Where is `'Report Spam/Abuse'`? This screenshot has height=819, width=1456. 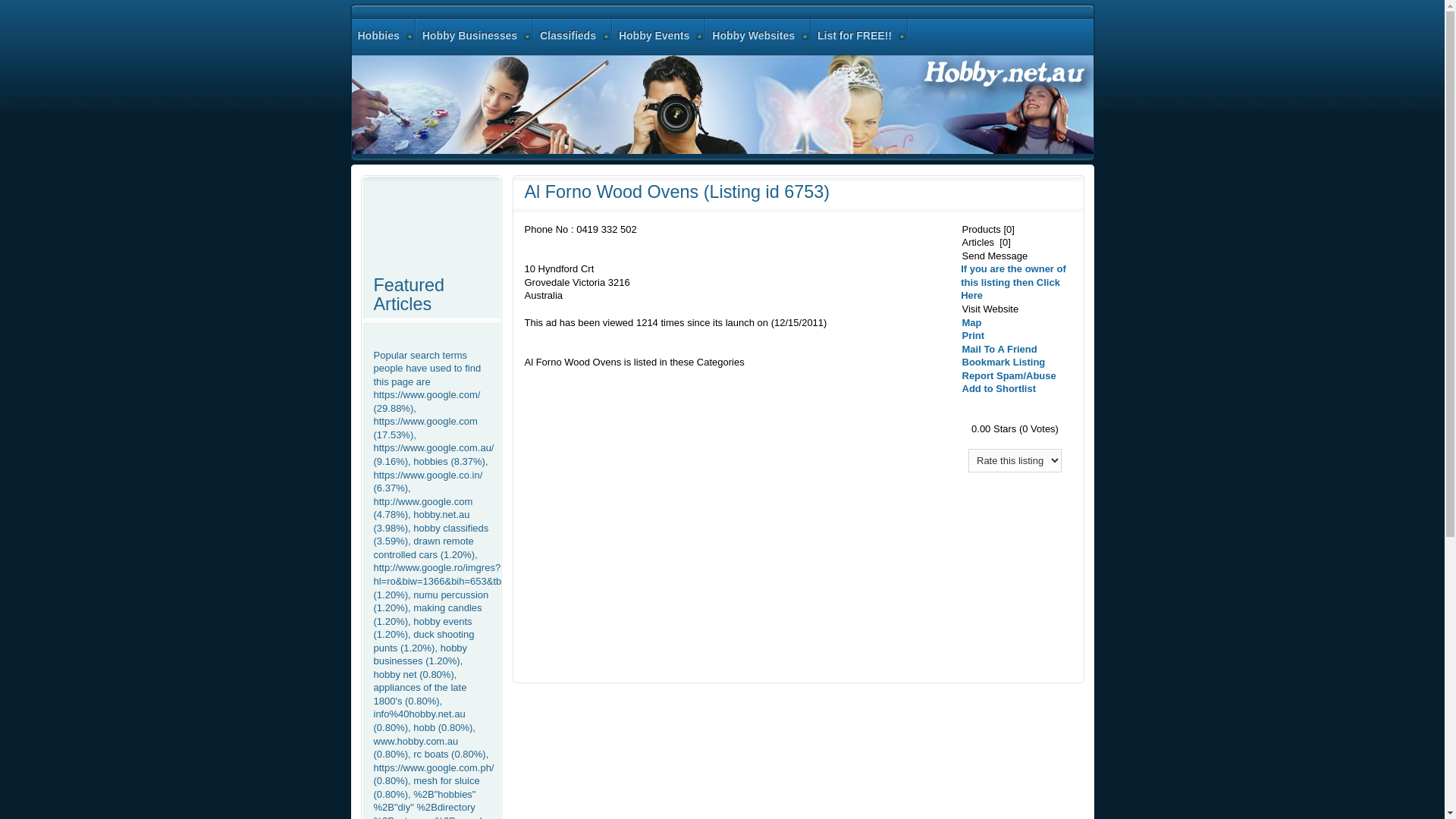
'Report Spam/Abuse' is located at coordinates (1008, 375).